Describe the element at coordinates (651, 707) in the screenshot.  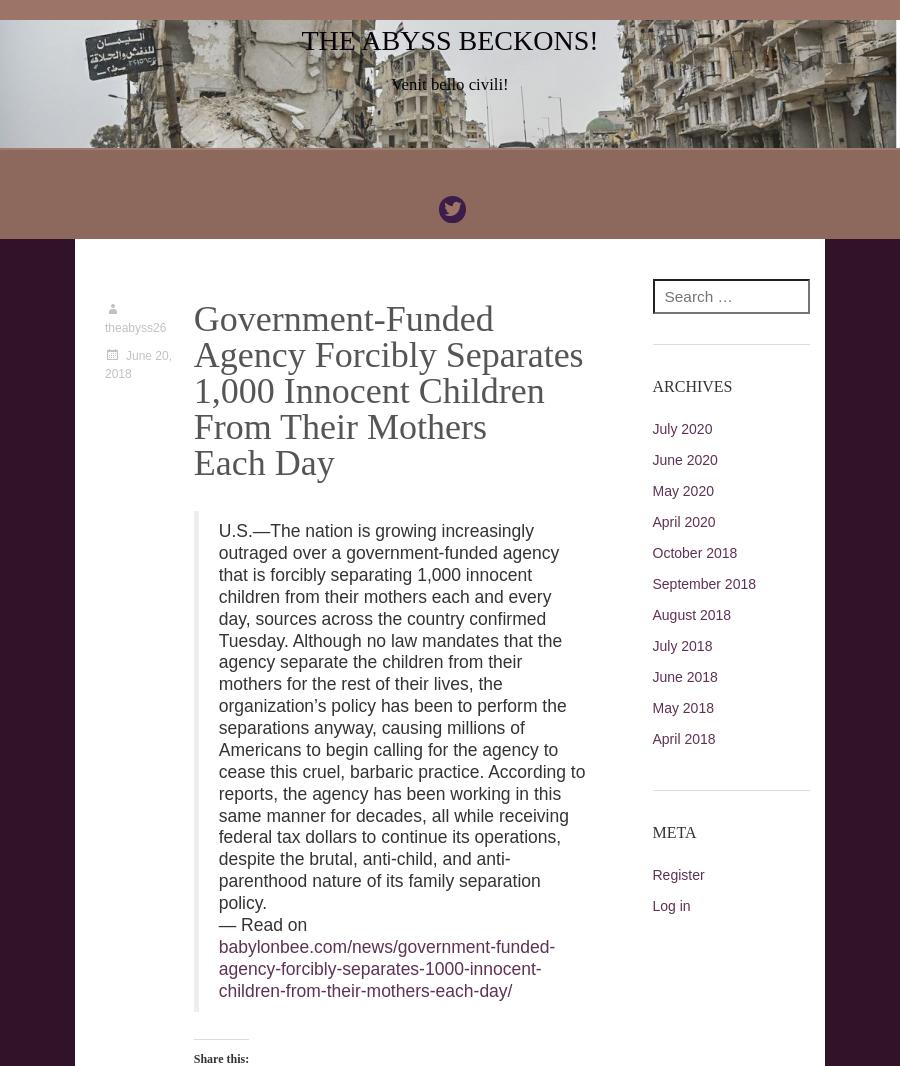
I see `'May 2018'` at that location.